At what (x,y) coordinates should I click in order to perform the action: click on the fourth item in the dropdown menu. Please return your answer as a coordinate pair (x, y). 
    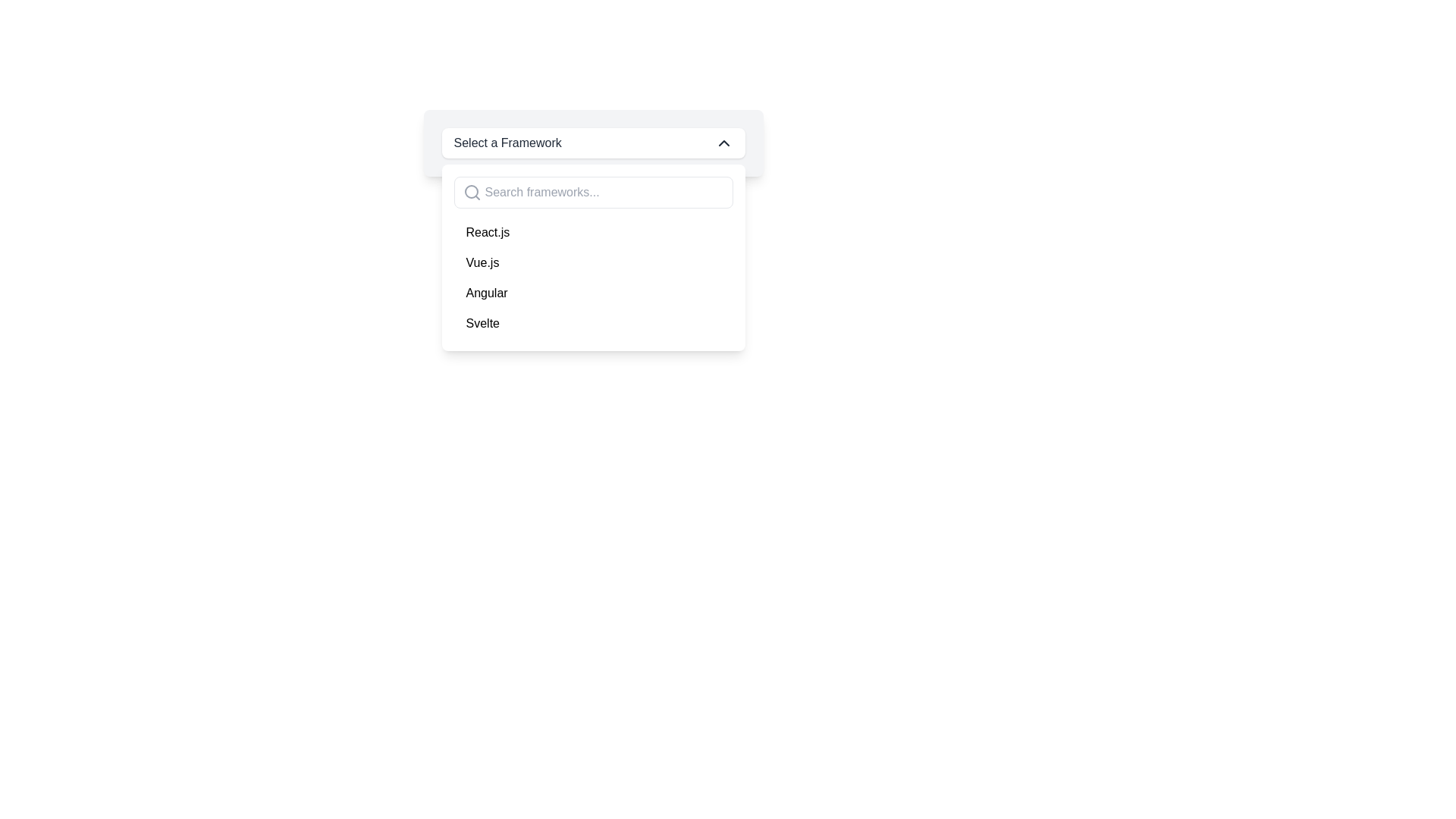
    Looking at the image, I should click on (482, 323).